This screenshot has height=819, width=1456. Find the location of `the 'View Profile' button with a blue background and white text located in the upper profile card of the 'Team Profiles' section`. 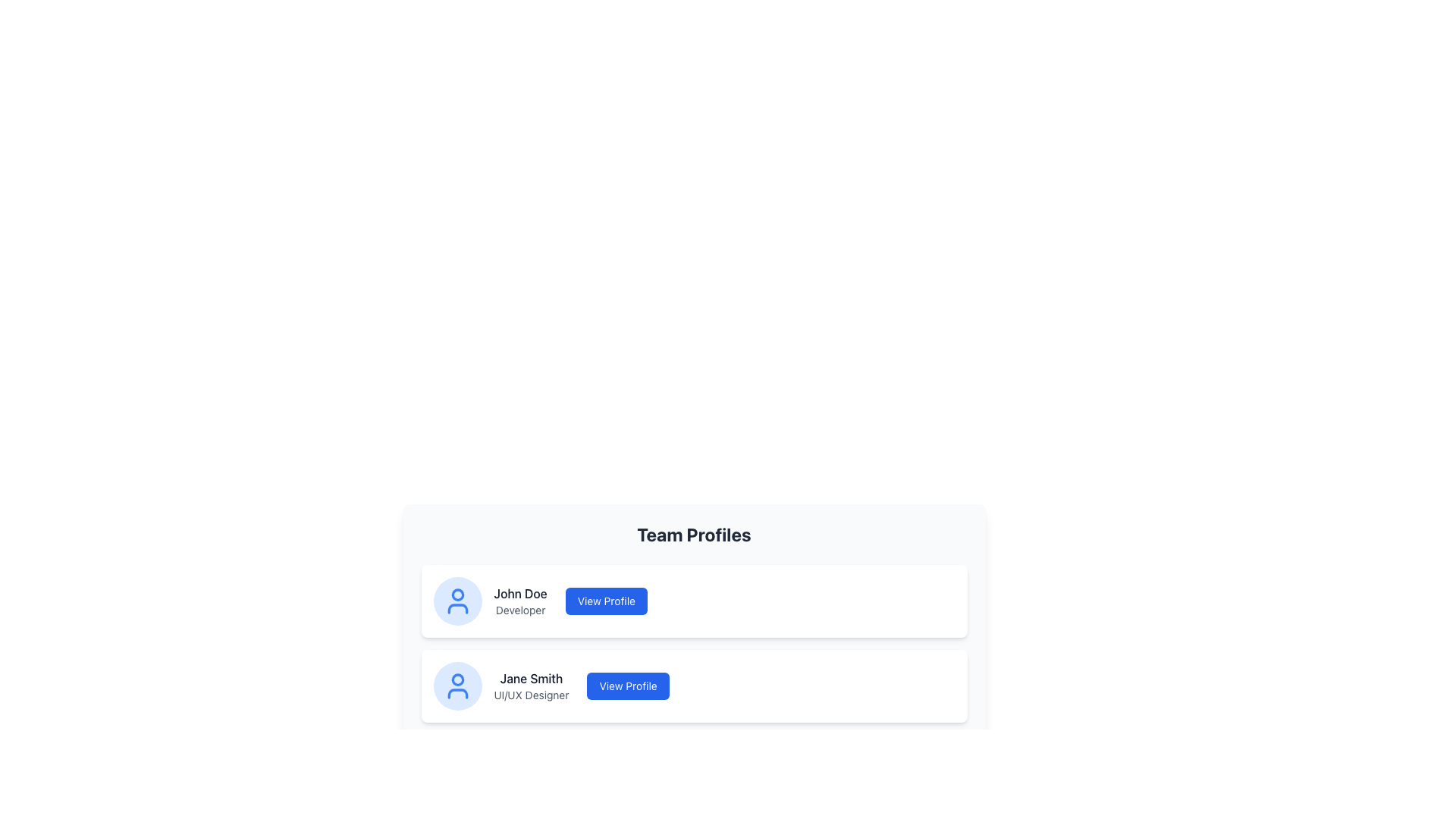

the 'View Profile' button with a blue background and white text located in the upper profile card of the 'Team Profiles' section is located at coordinates (605, 601).